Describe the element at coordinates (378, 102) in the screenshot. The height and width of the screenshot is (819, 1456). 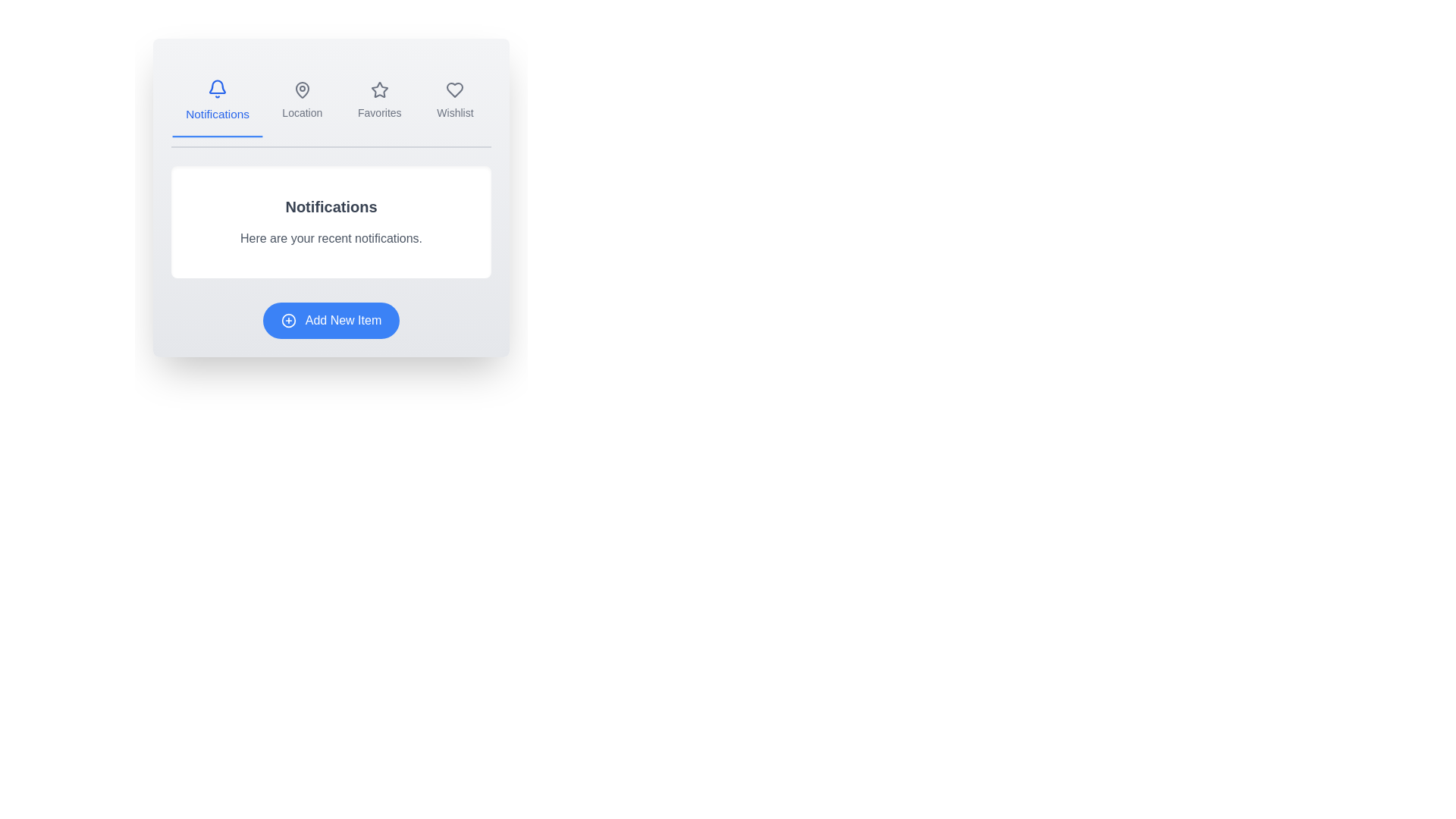
I see `the tab labeled Favorites` at that location.